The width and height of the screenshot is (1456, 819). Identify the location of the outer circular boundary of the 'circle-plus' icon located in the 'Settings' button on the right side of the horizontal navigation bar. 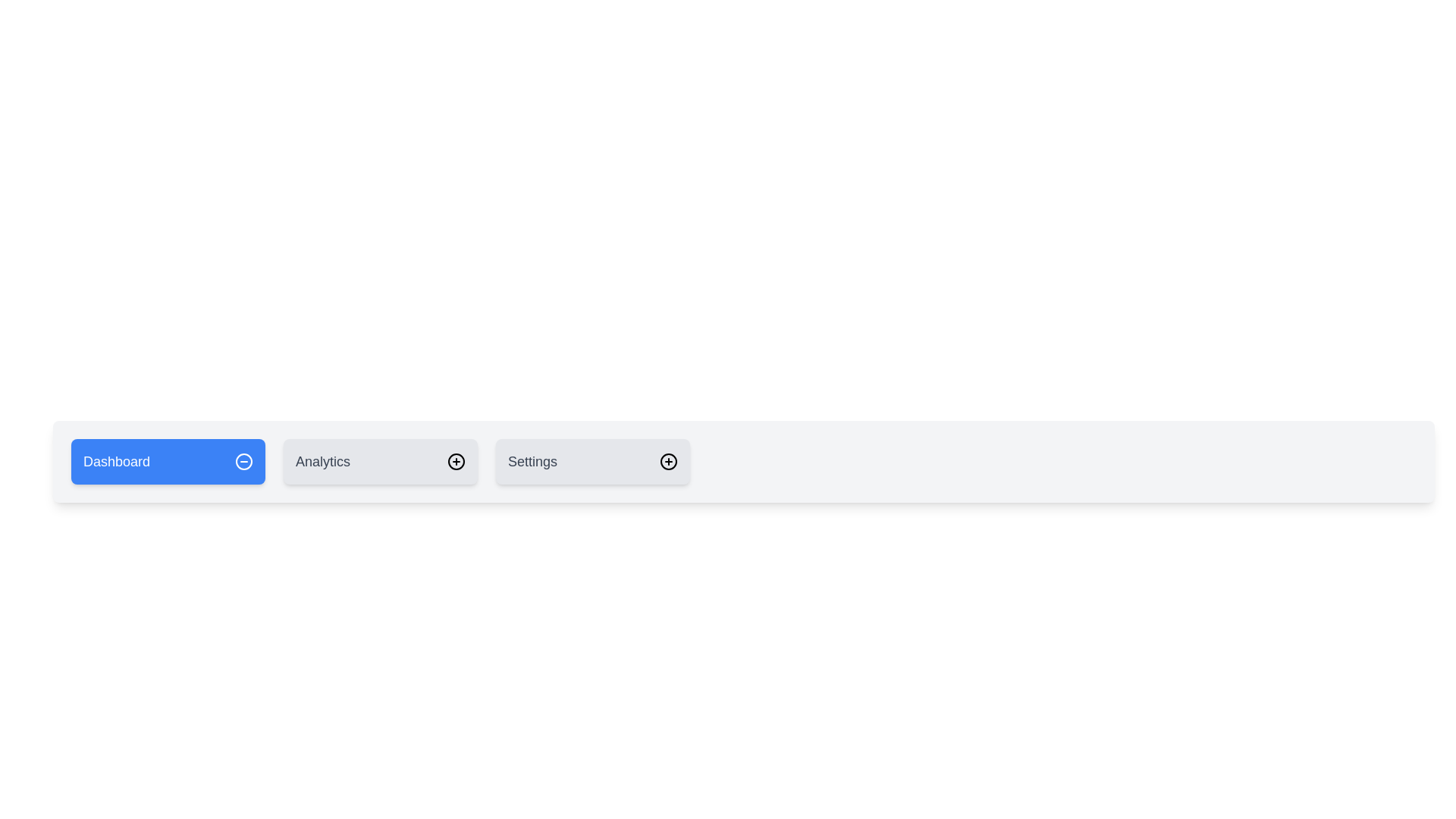
(668, 461).